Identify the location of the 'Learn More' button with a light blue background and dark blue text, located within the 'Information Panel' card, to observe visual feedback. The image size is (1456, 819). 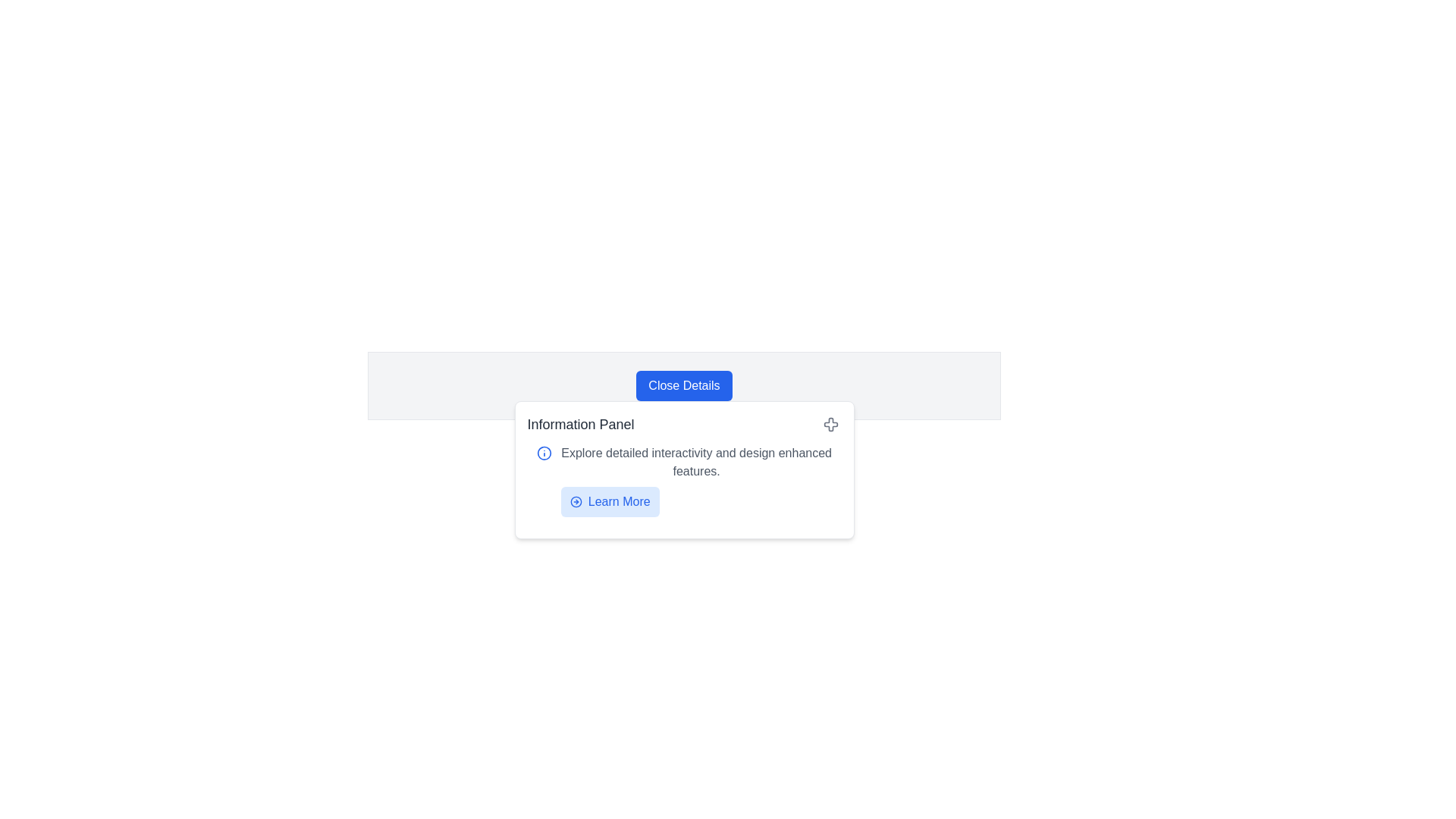
(610, 502).